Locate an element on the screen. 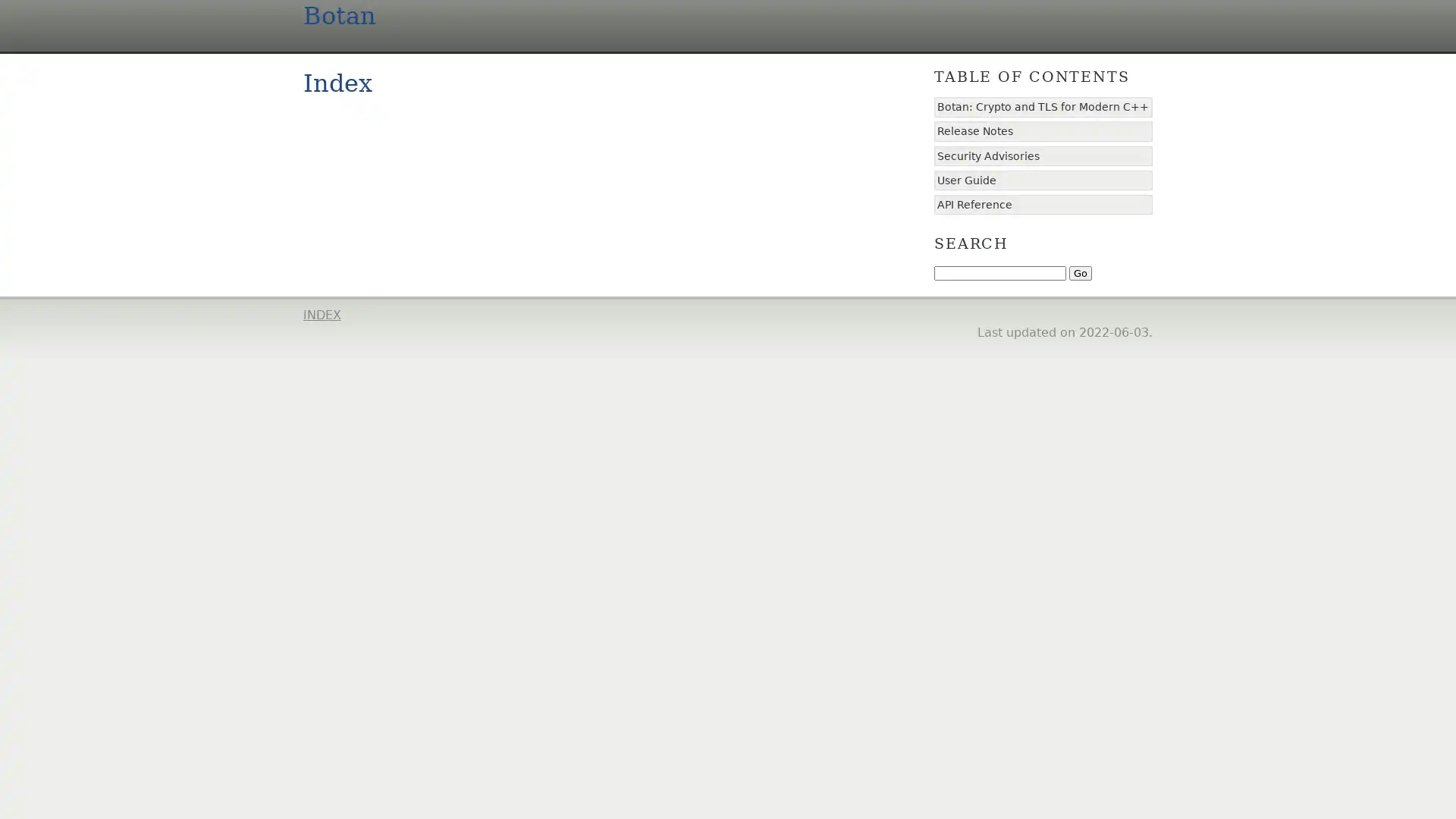  Go is located at coordinates (1080, 271).